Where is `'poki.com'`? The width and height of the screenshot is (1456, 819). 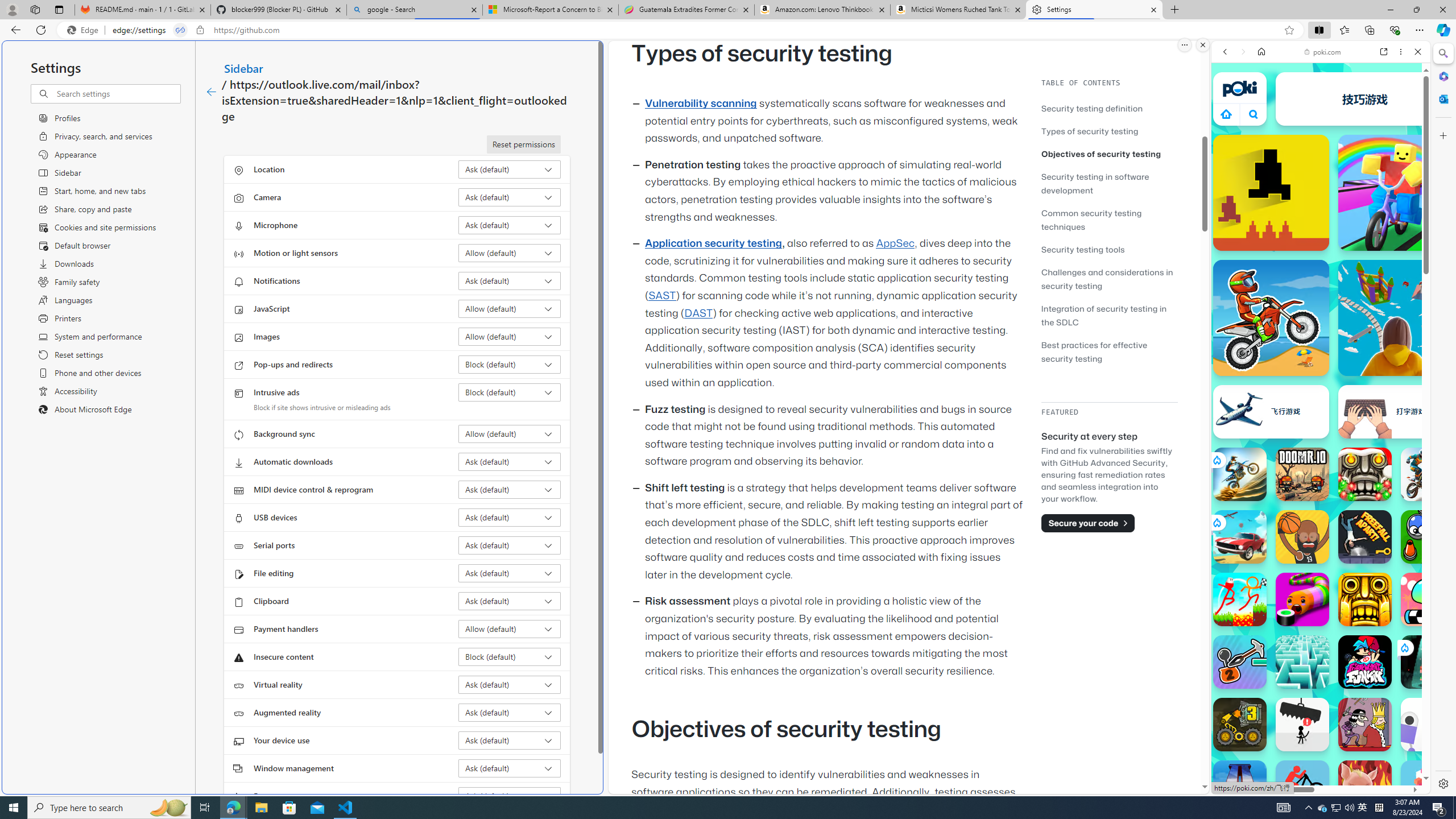
'poki.com' is located at coordinates (1322, 52).